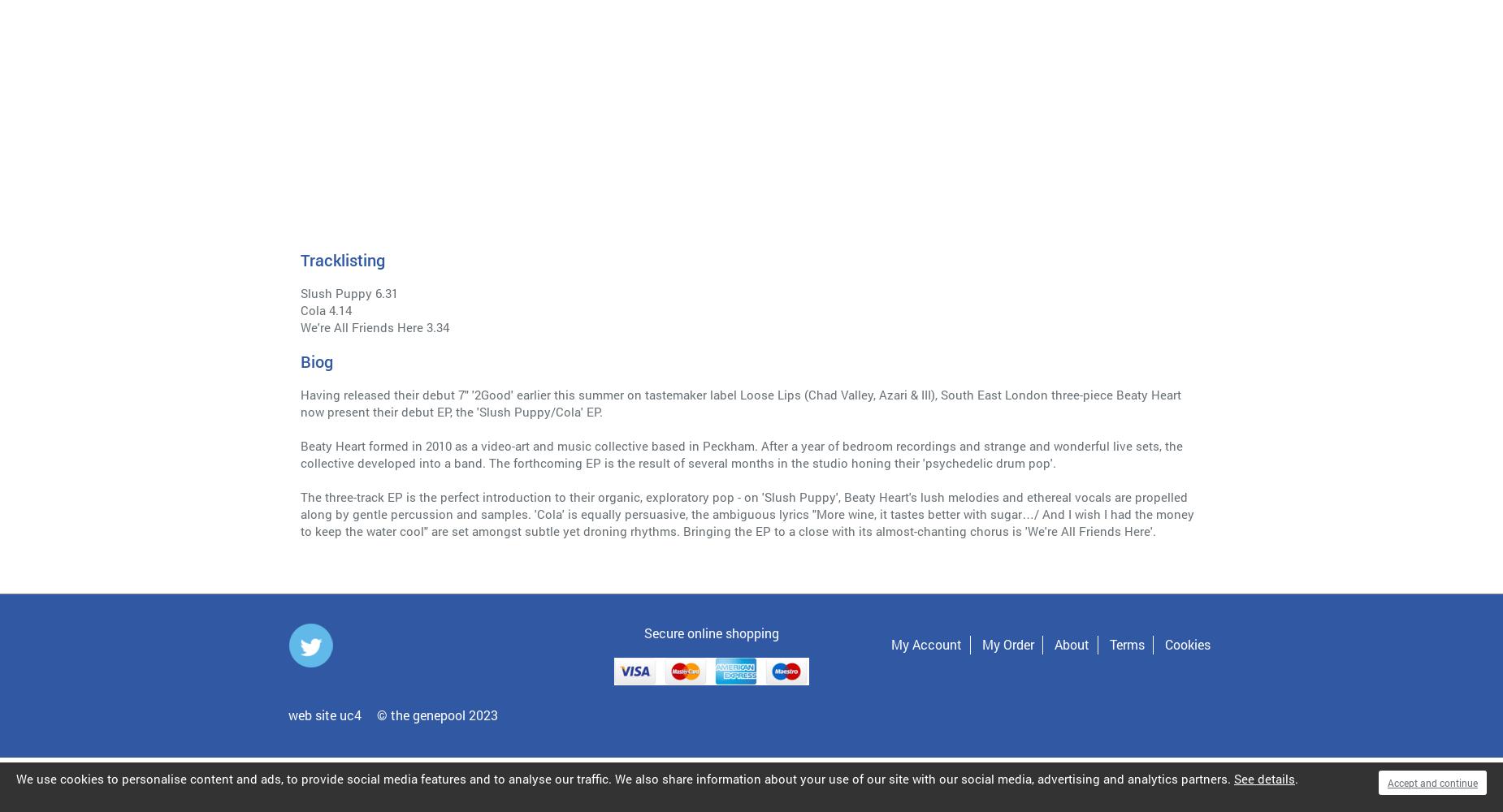 This screenshot has height=812, width=1503. Describe the element at coordinates (741, 402) in the screenshot. I see `'Having released their debut 7" '2Good' earlier this summer on tastemaker label Loose Lips (Chad Valley, Azari & III), South East London three-piece Beaty Heart now present their debut EP, the 'Slush Puppy/Cola' EP.'` at that location.